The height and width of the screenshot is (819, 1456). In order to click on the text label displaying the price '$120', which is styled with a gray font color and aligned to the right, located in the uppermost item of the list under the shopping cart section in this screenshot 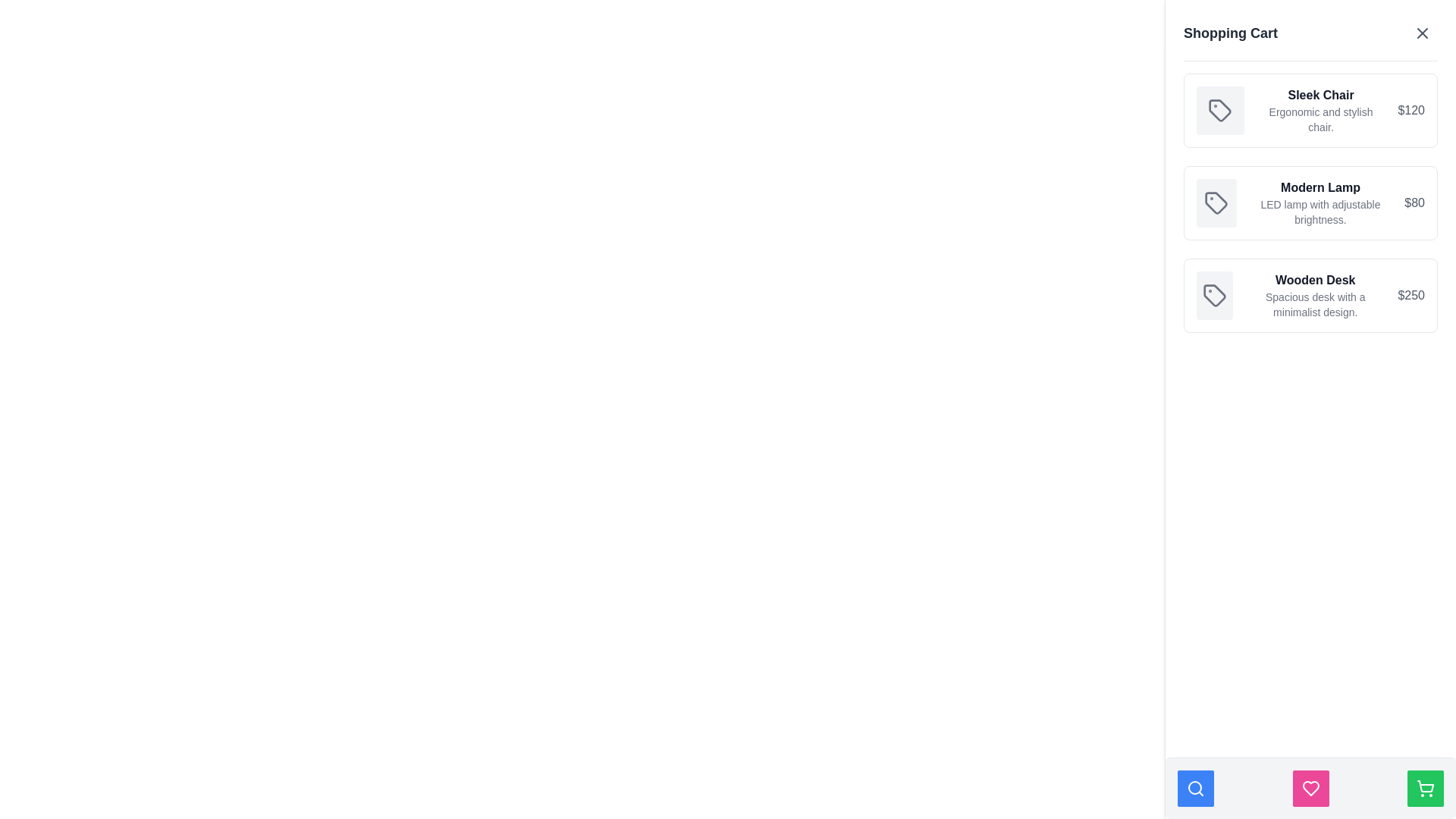, I will do `click(1410, 110)`.